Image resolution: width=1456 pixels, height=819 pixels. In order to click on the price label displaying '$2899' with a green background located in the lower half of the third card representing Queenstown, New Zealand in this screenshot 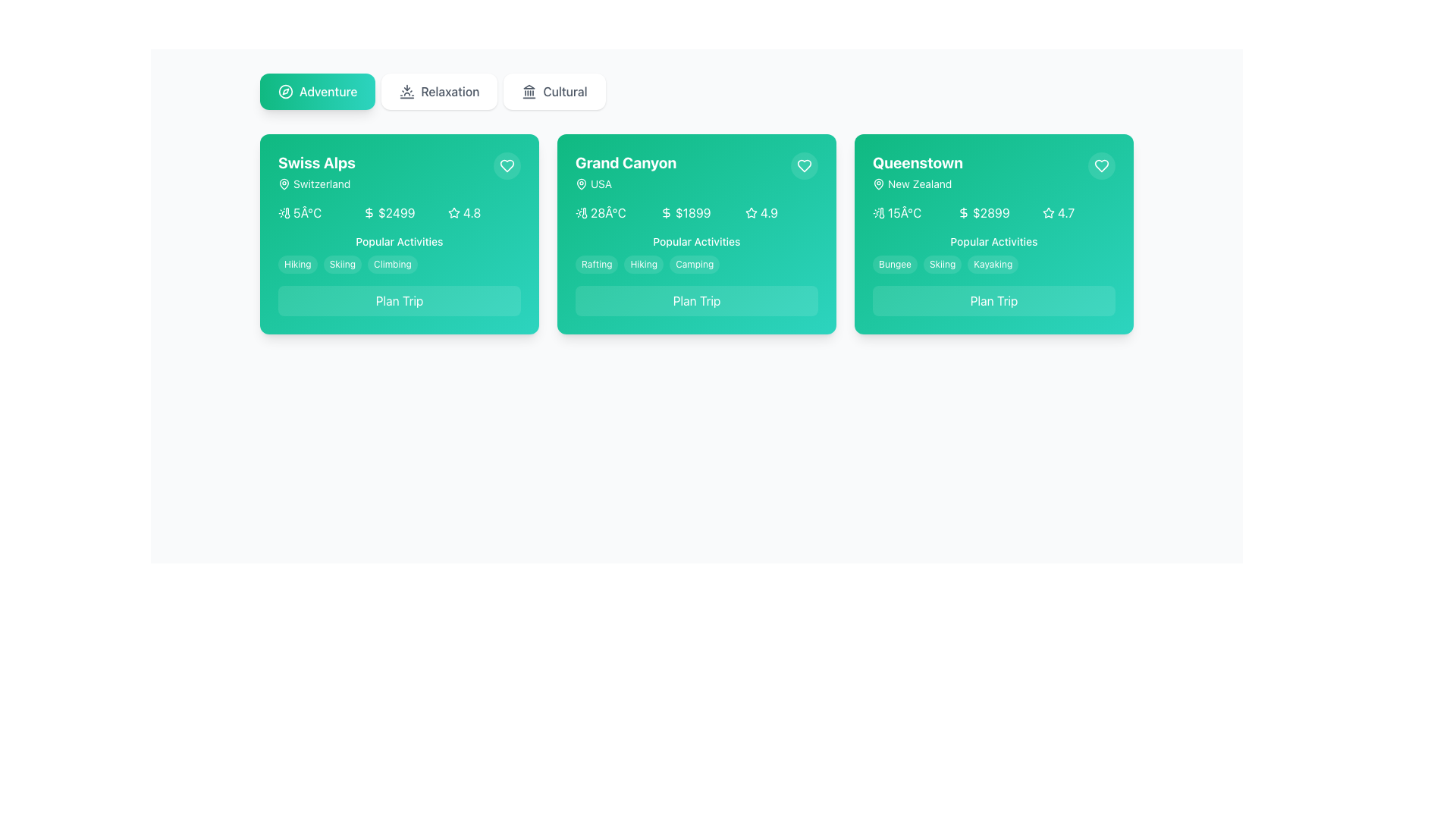, I will do `click(993, 213)`.